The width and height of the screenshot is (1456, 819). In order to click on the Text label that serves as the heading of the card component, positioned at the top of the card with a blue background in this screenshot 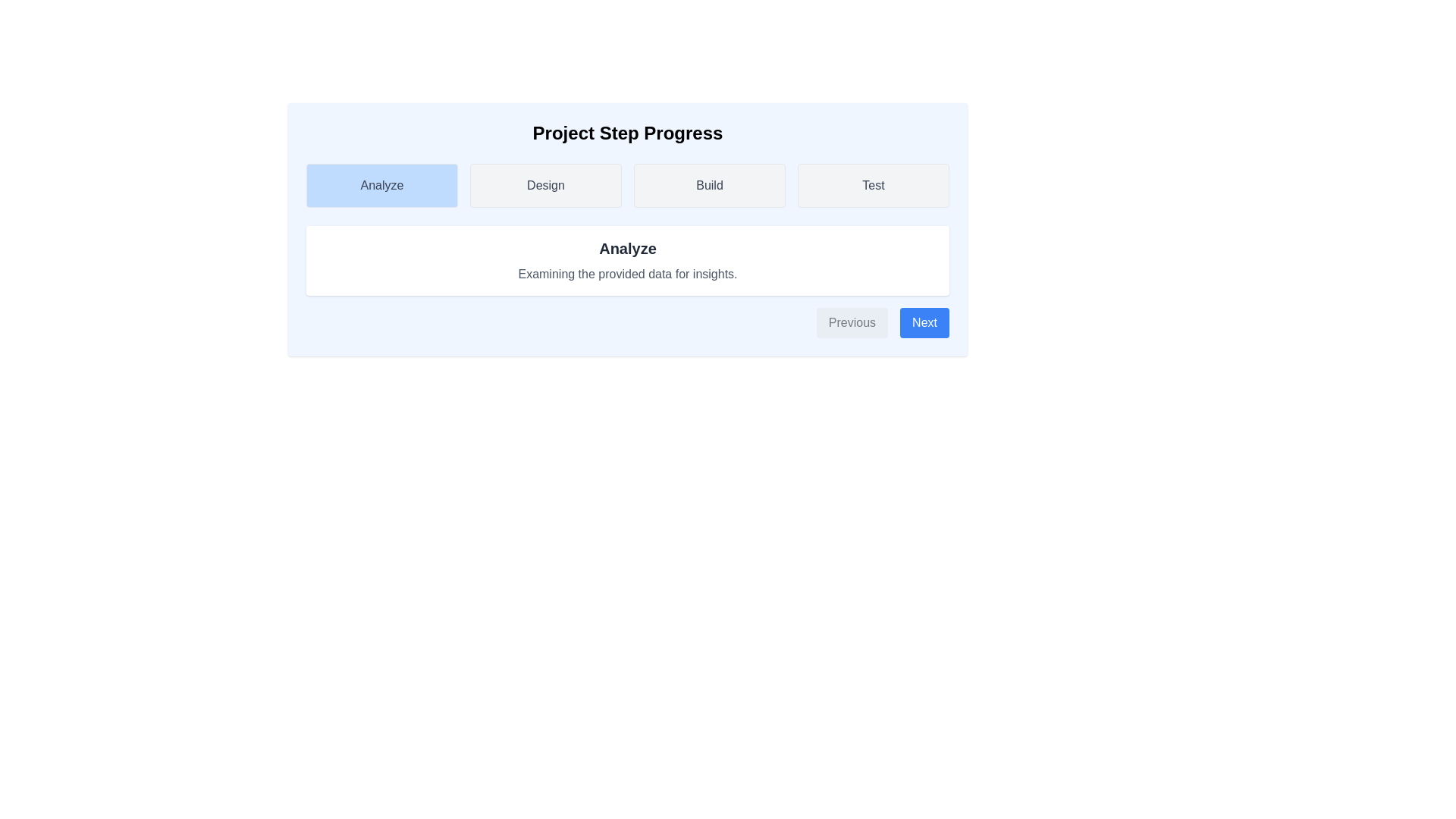, I will do `click(628, 133)`.